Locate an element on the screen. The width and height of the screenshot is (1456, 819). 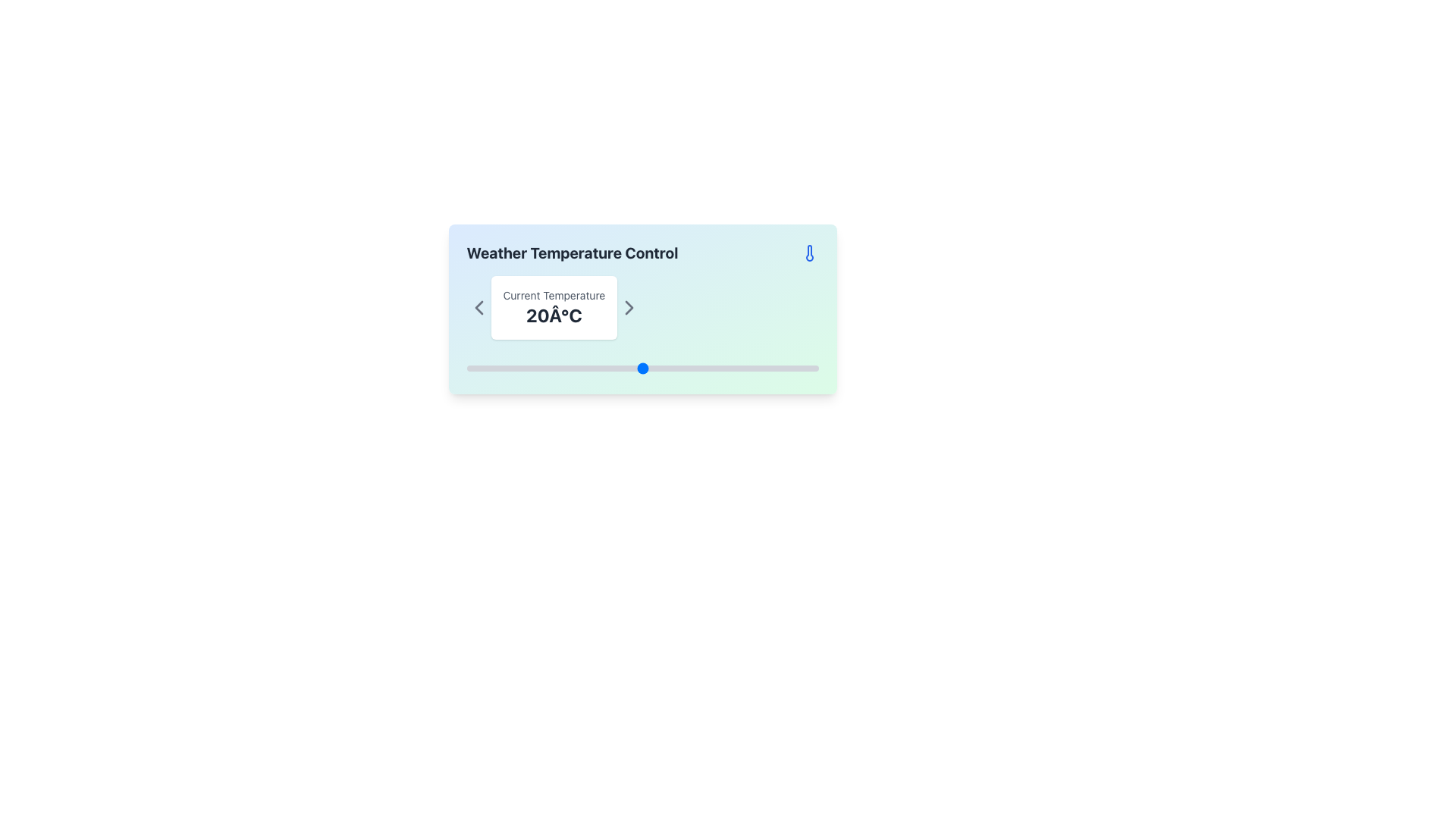
the chevron icon located near the left-middle part of the UI is located at coordinates (478, 307).